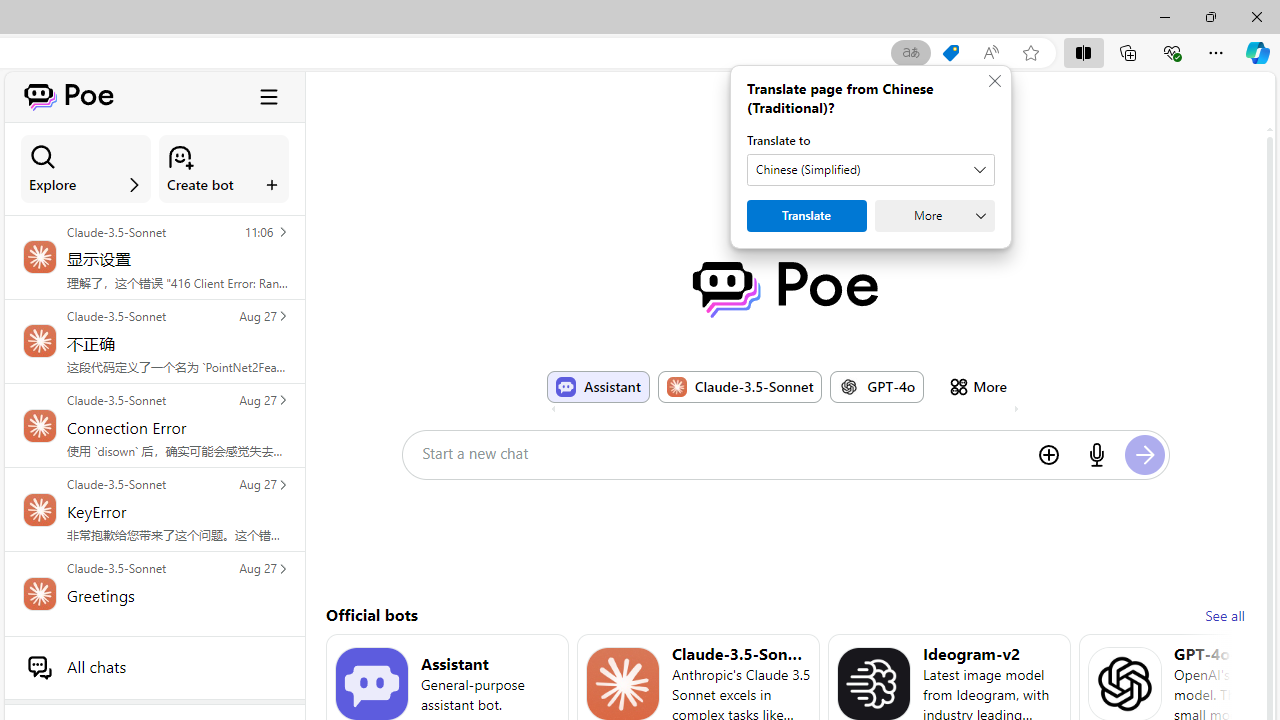 The height and width of the screenshot is (720, 1280). What do you see at coordinates (877, 386) in the screenshot?
I see `'Bot image for GPT-4o GPT-4o'` at bounding box center [877, 386].